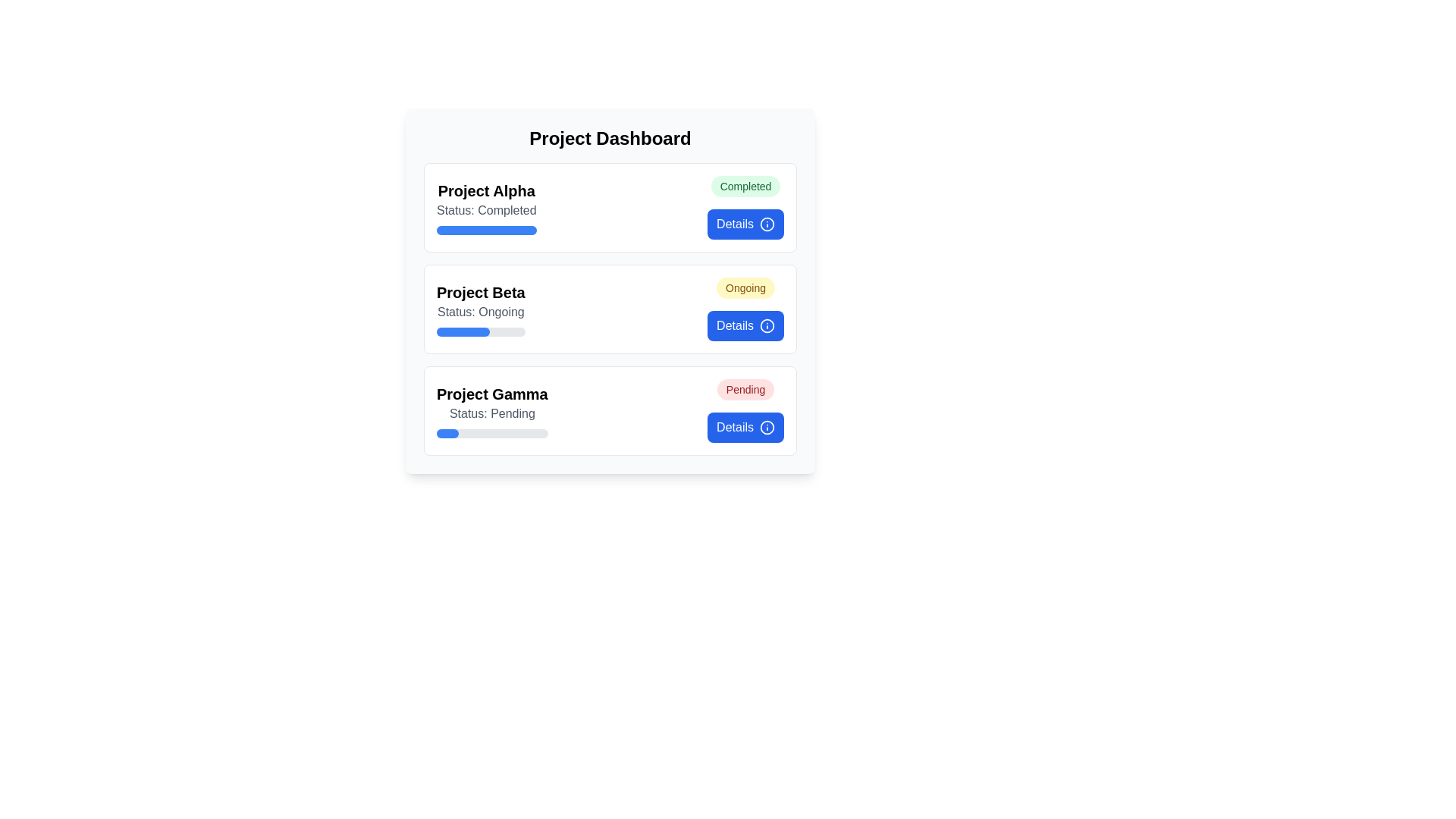 Image resolution: width=1456 pixels, height=819 pixels. I want to click on the button with a blue background and white text located at the bottom right corner of the 'Project Gamma' section, positioned after the 'Pending' label, so click(745, 427).